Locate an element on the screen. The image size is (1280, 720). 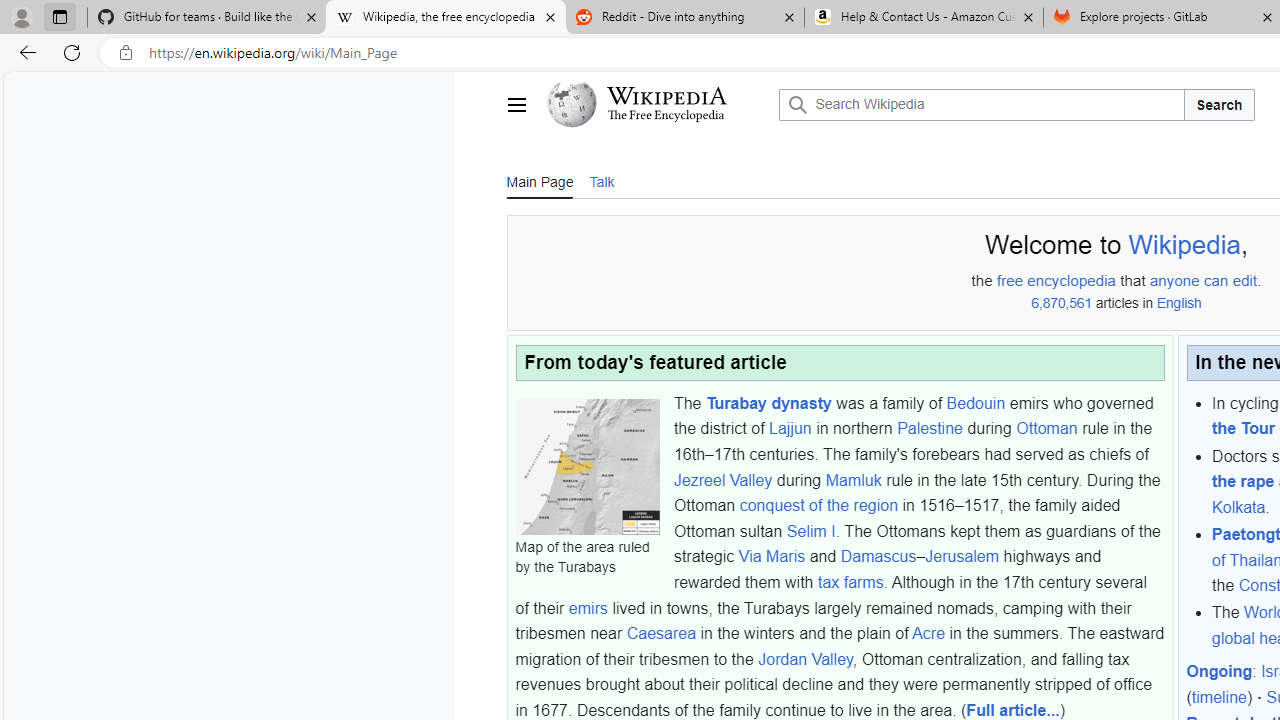
'anyone can edit' is located at coordinates (1202, 281).